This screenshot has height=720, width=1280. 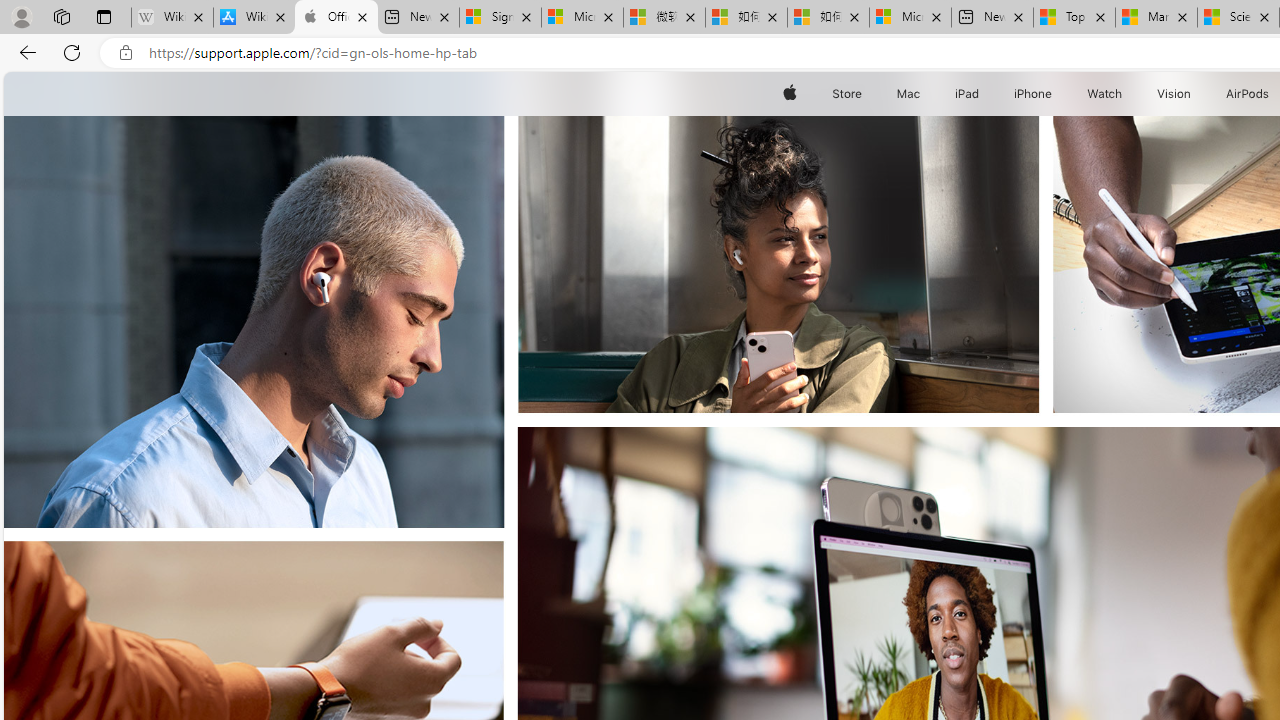 I want to click on 'Watch menu', so click(x=1126, y=93).